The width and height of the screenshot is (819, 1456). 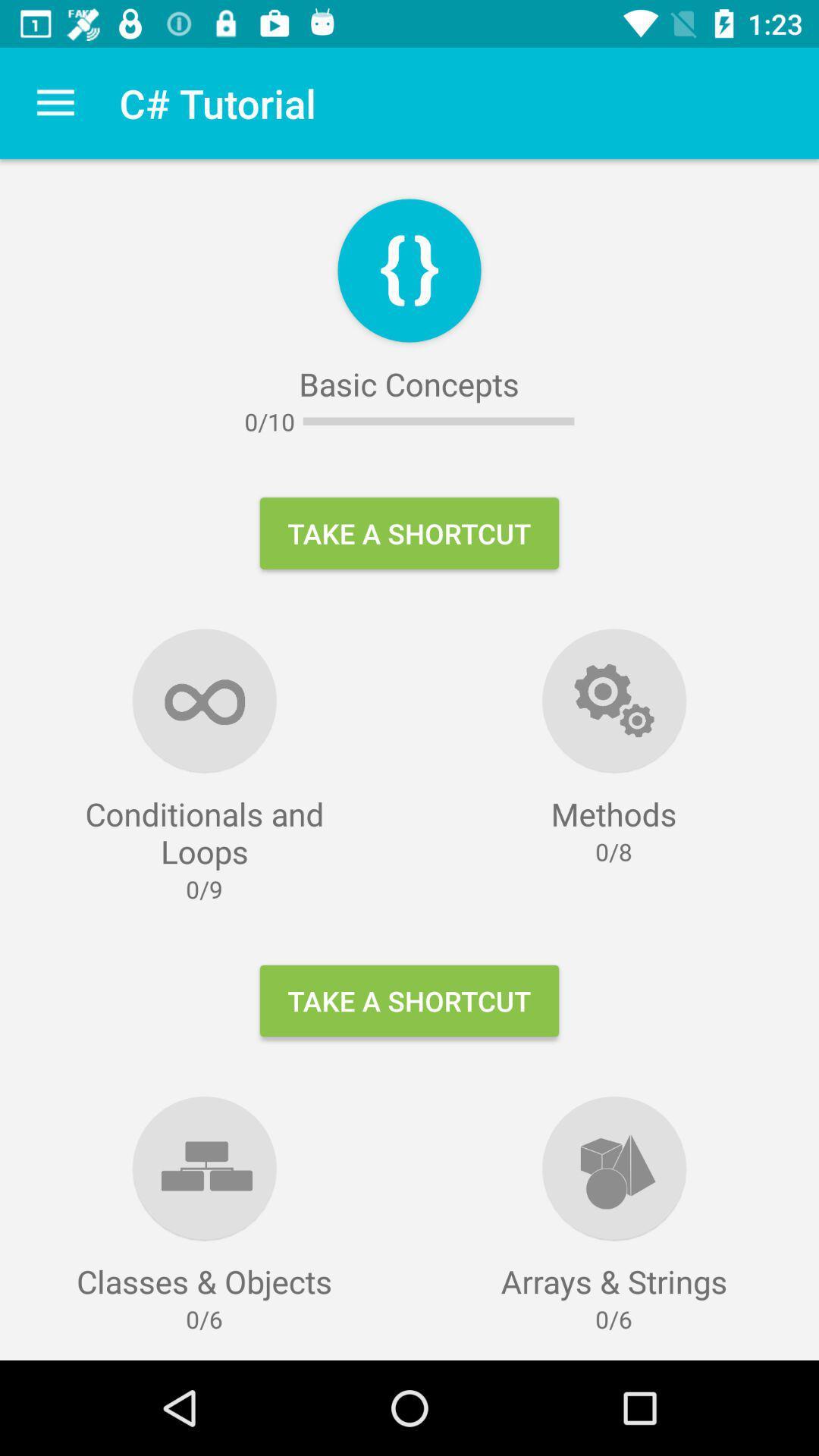 I want to click on item above conditionals and loops item, so click(x=55, y=102).